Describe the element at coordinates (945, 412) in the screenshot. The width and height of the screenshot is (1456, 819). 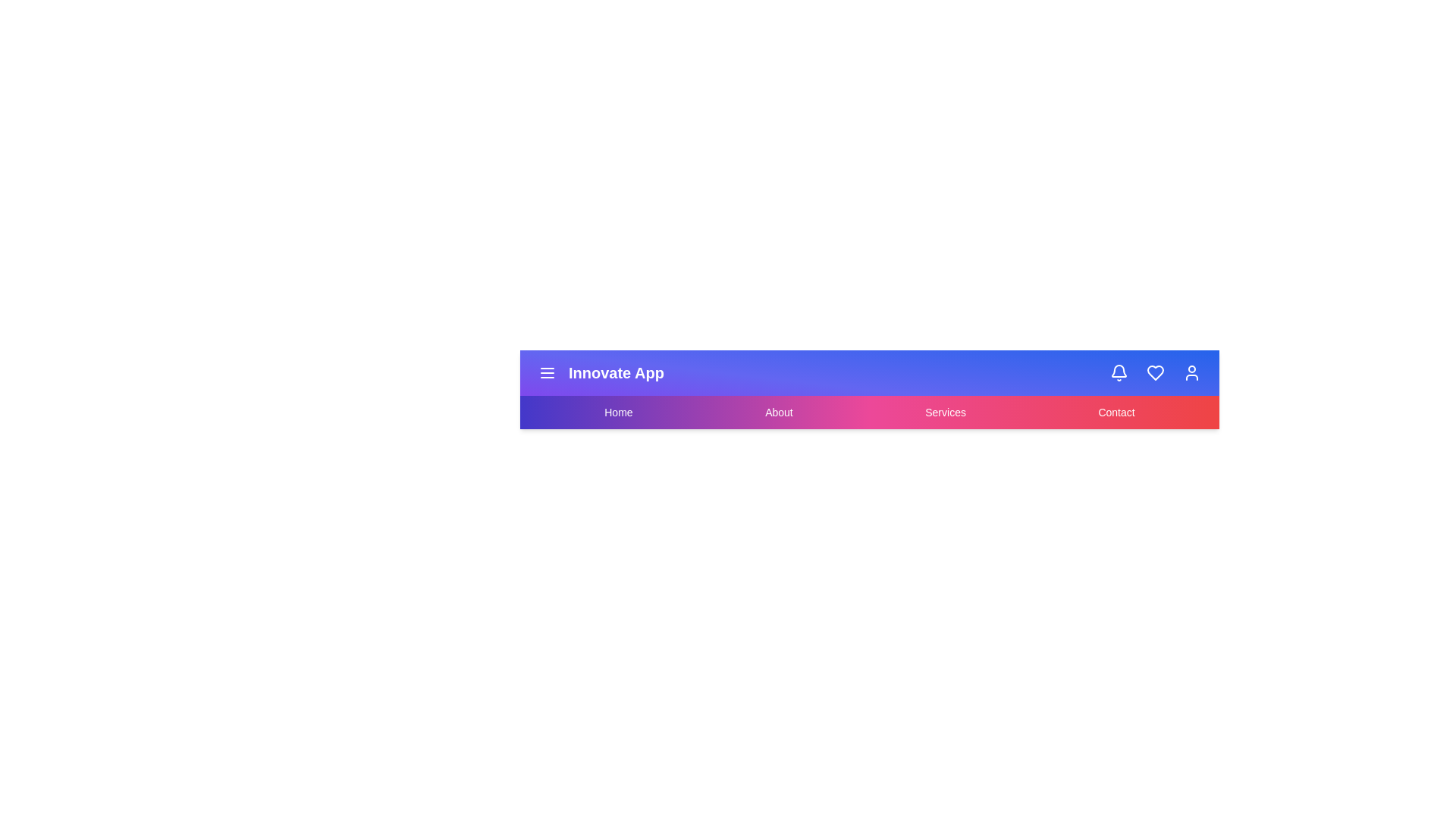
I see `the Services navigation menu item` at that location.